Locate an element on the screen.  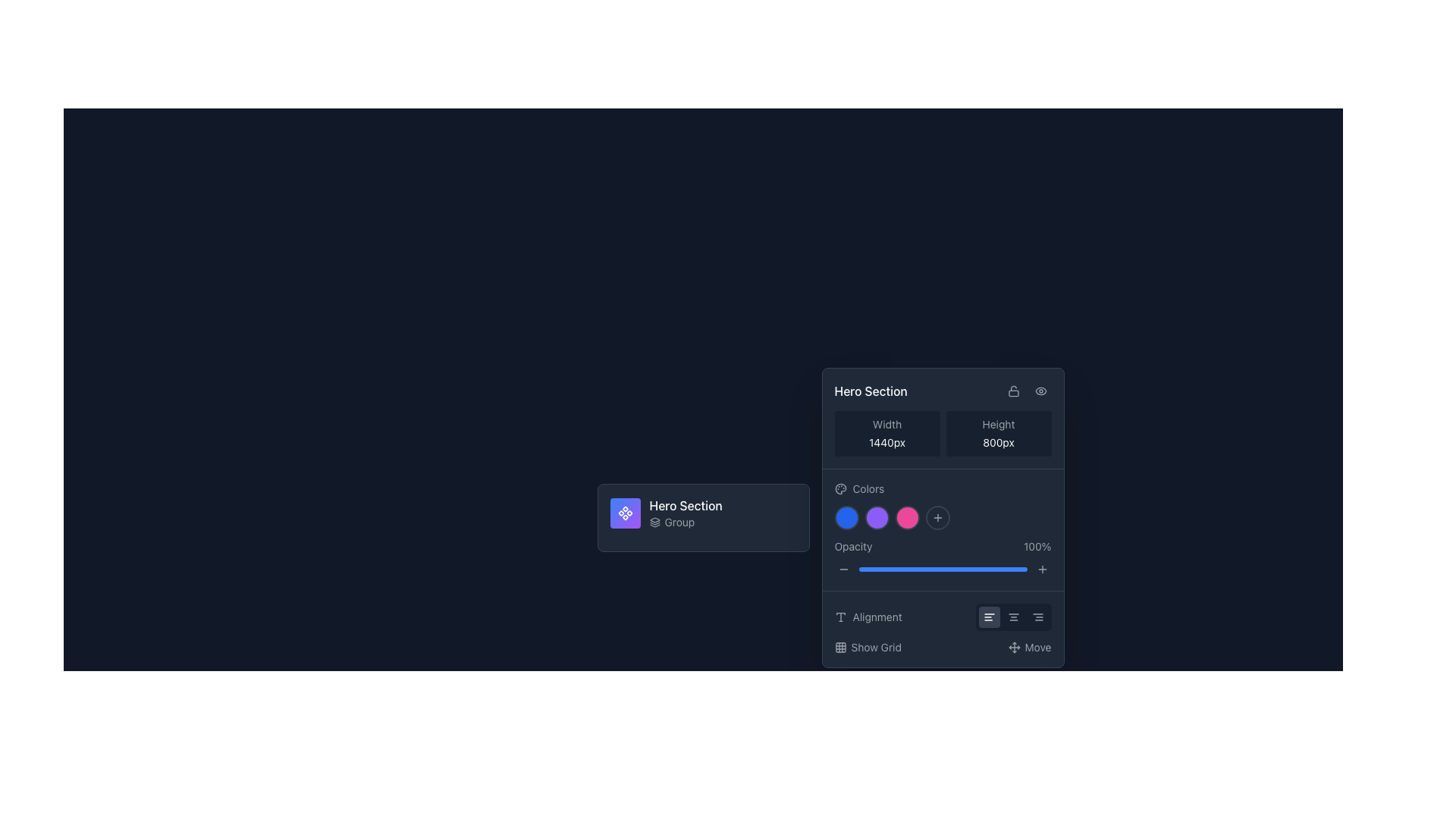
the informational label located in the lower-left section of the 'Hero Section' module, positioned directly below the text 'Hero Section' is located at coordinates (685, 522).